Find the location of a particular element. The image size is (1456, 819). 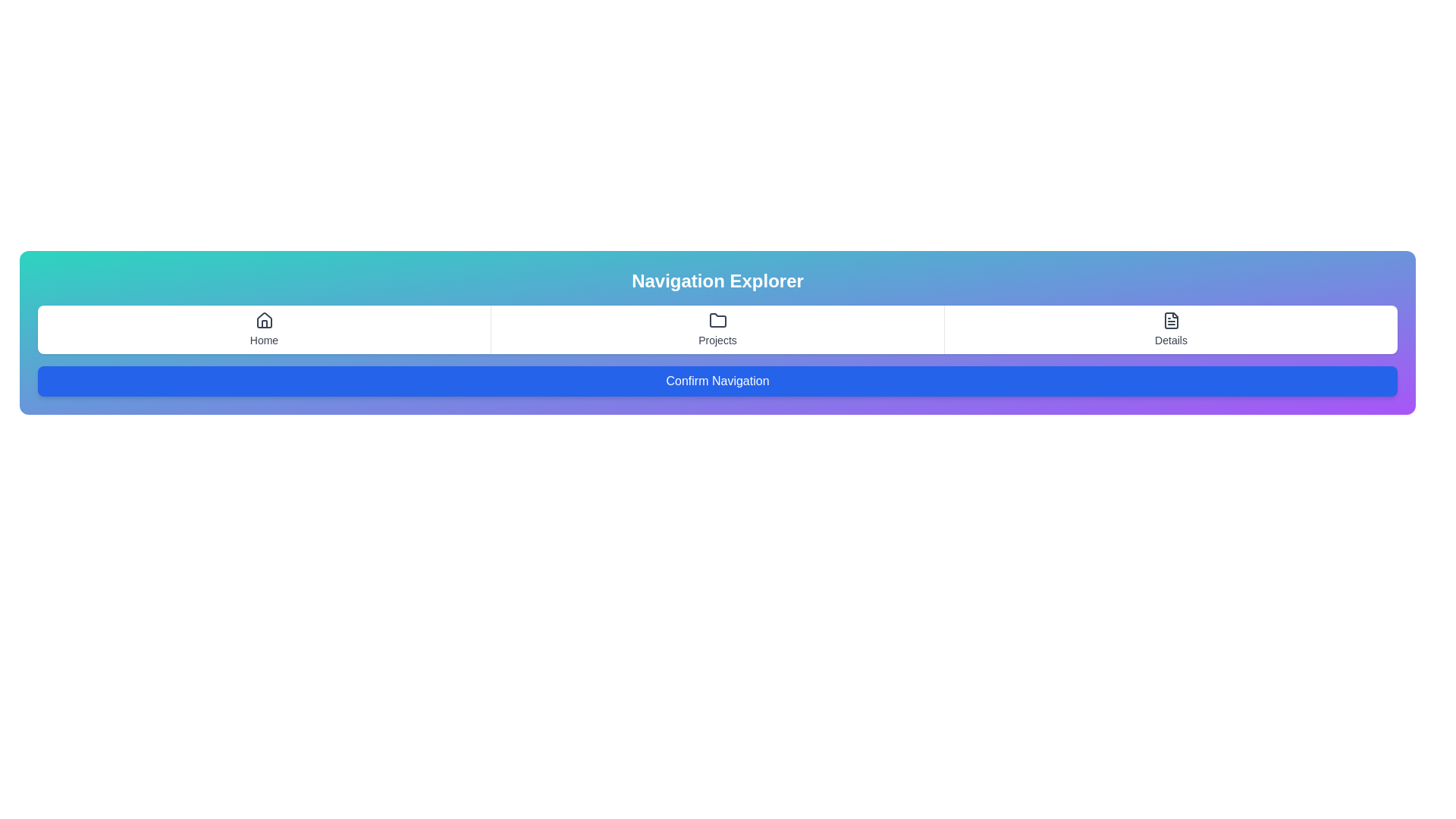

the prominent title text 'Navigation Explorer' displayed in bold white font, which is centered within a gradient rectangle transitioning from teal to purple is located at coordinates (717, 281).